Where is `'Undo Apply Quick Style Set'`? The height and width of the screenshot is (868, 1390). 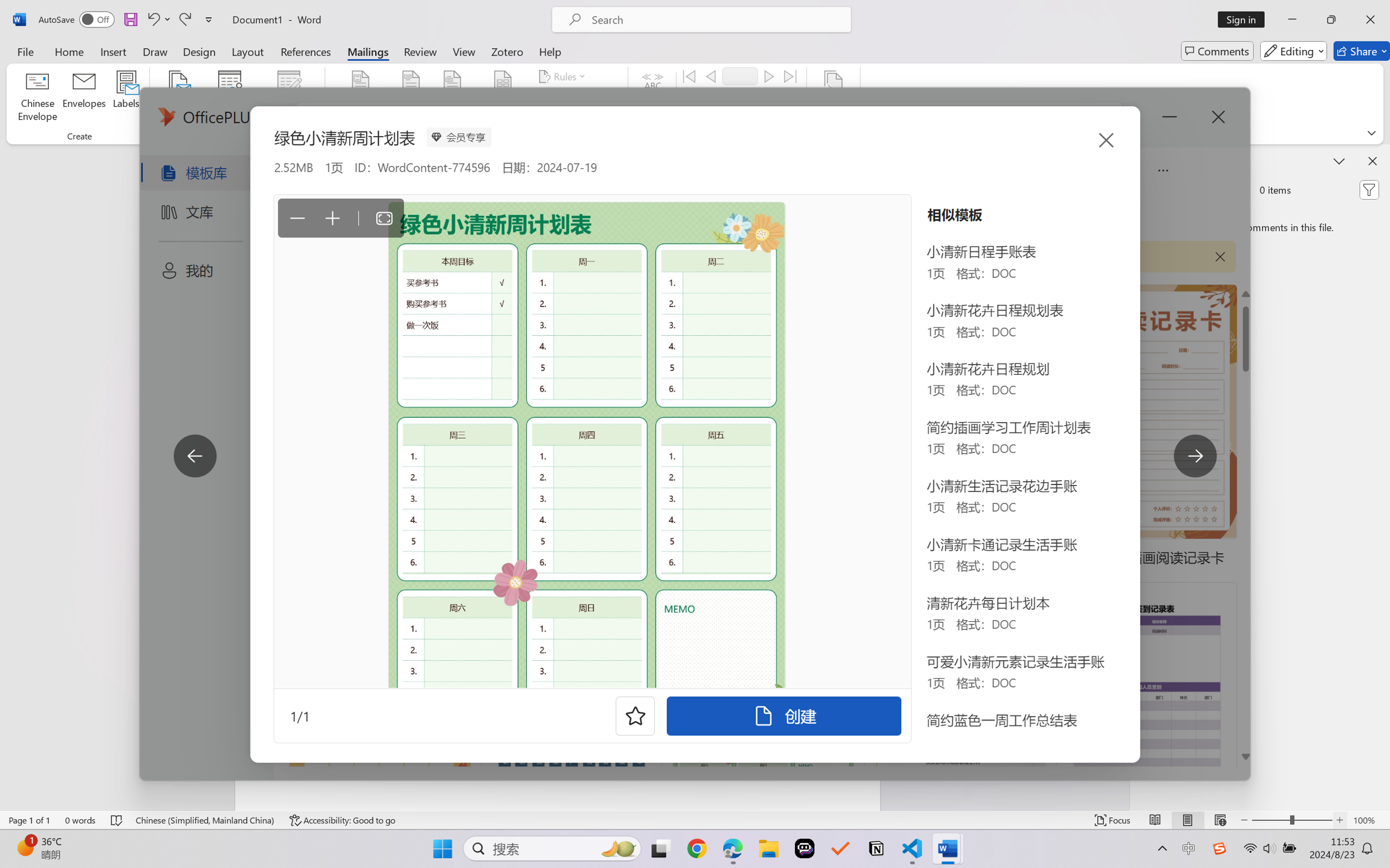 'Undo Apply Quick Style Set' is located at coordinates (152, 19).